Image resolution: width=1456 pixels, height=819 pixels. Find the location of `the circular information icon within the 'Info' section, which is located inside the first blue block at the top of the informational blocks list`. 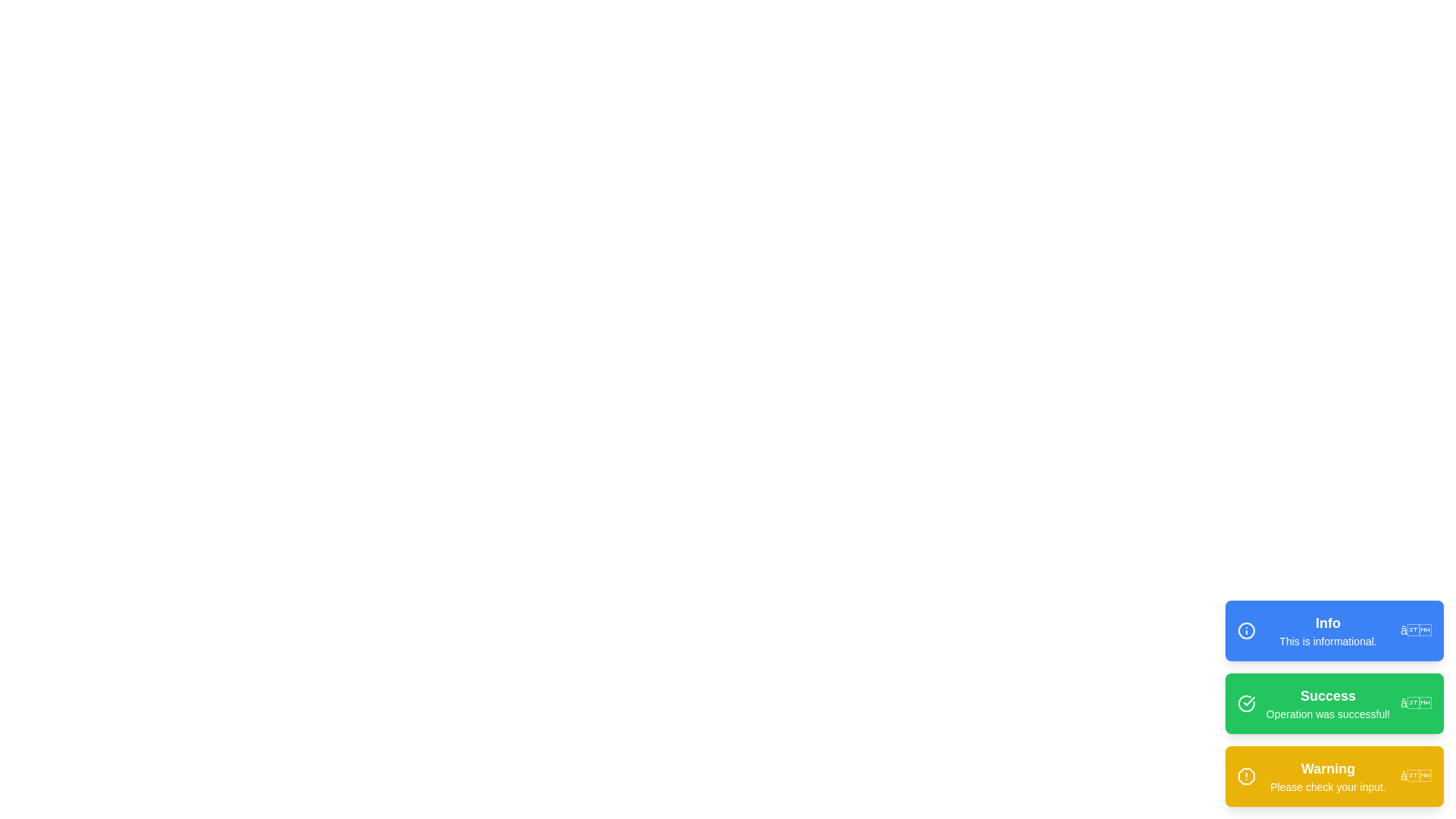

the circular information icon within the 'Info' section, which is located inside the first blue block at the top of the informational blocks list is located at coordinates (1246, 631).